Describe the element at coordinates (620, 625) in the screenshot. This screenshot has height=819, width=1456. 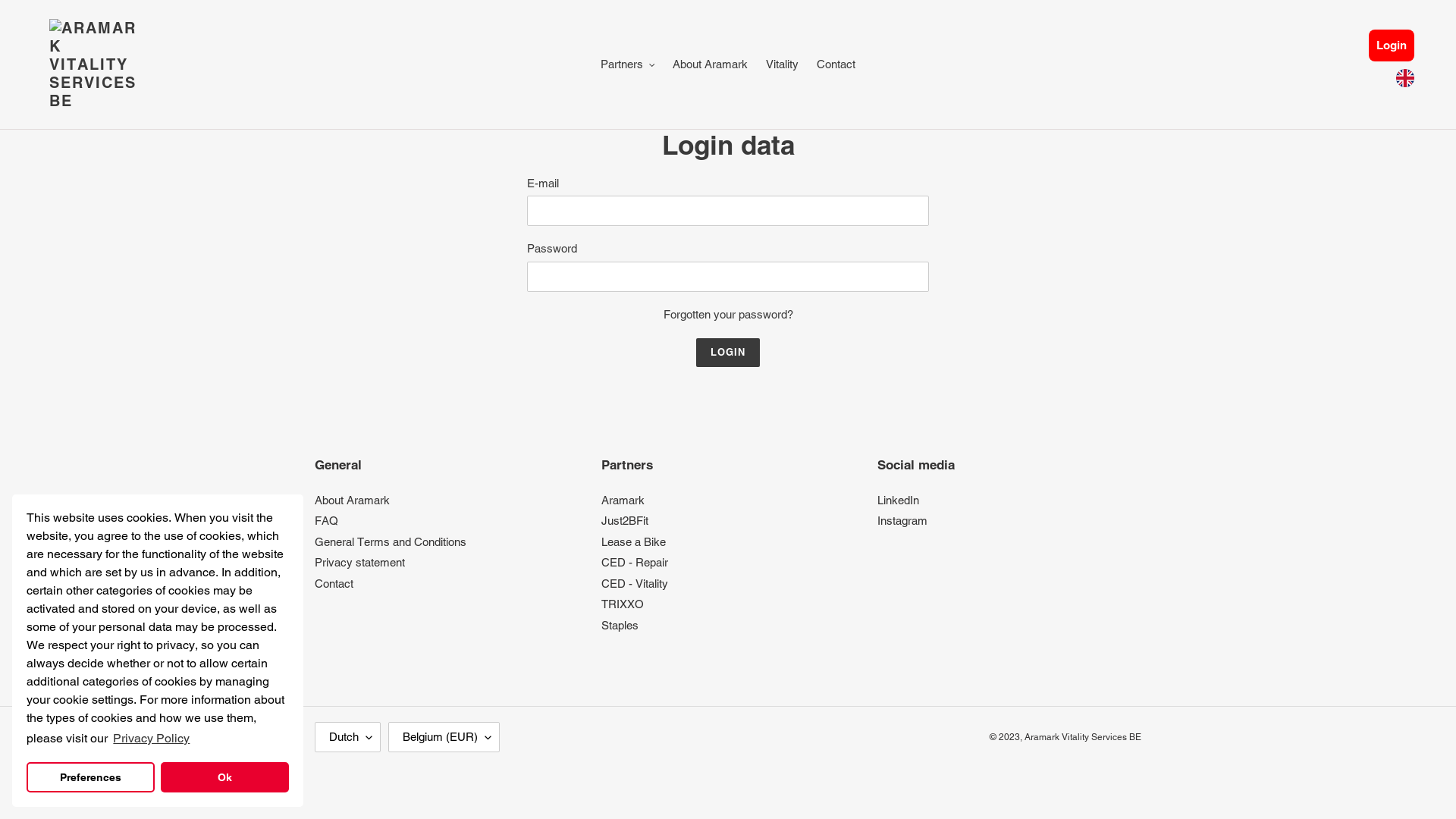
I see `'Staples'` at that location.